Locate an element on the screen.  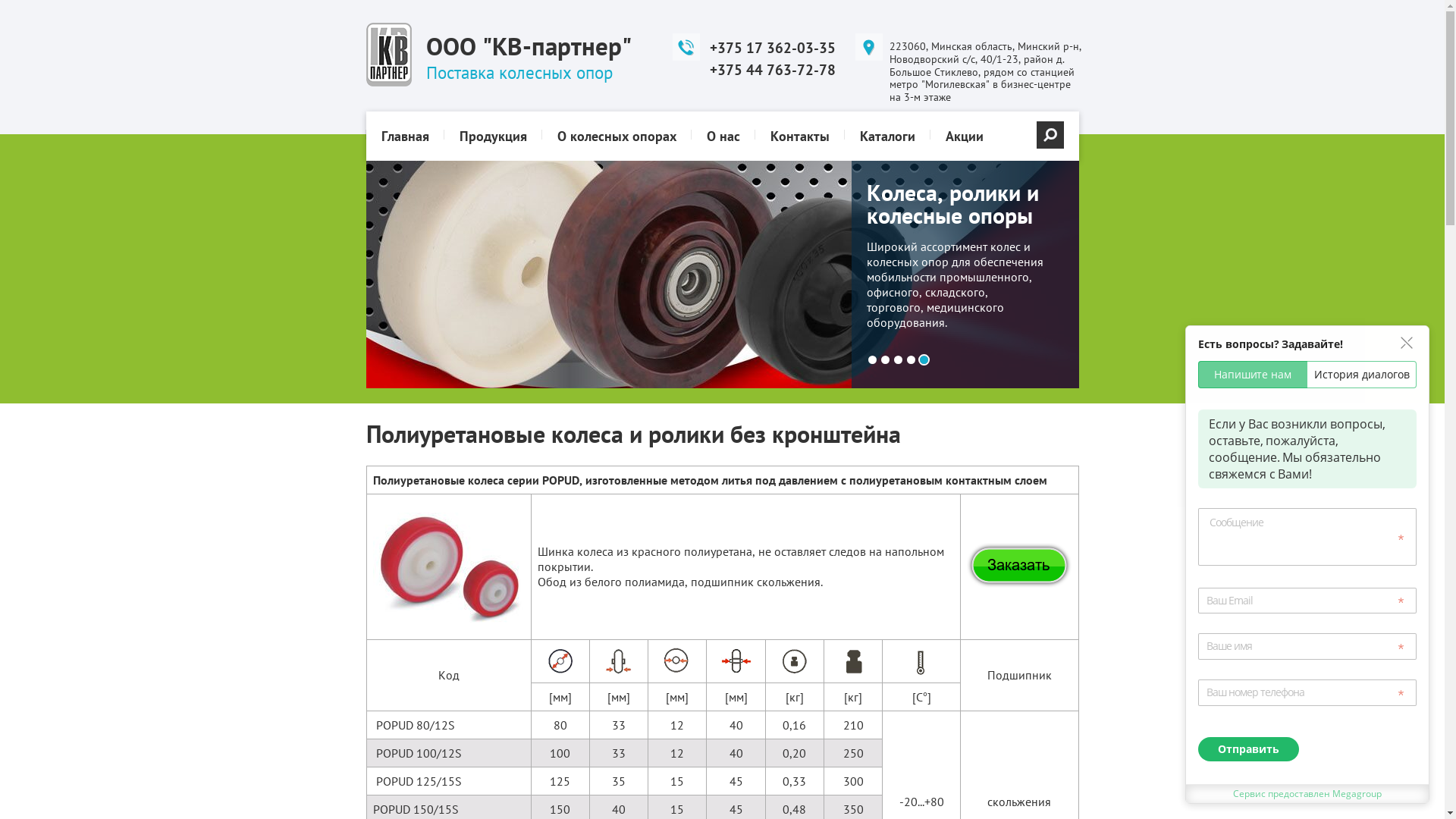
'Megagroup' is located at coordinates (1331, 792).